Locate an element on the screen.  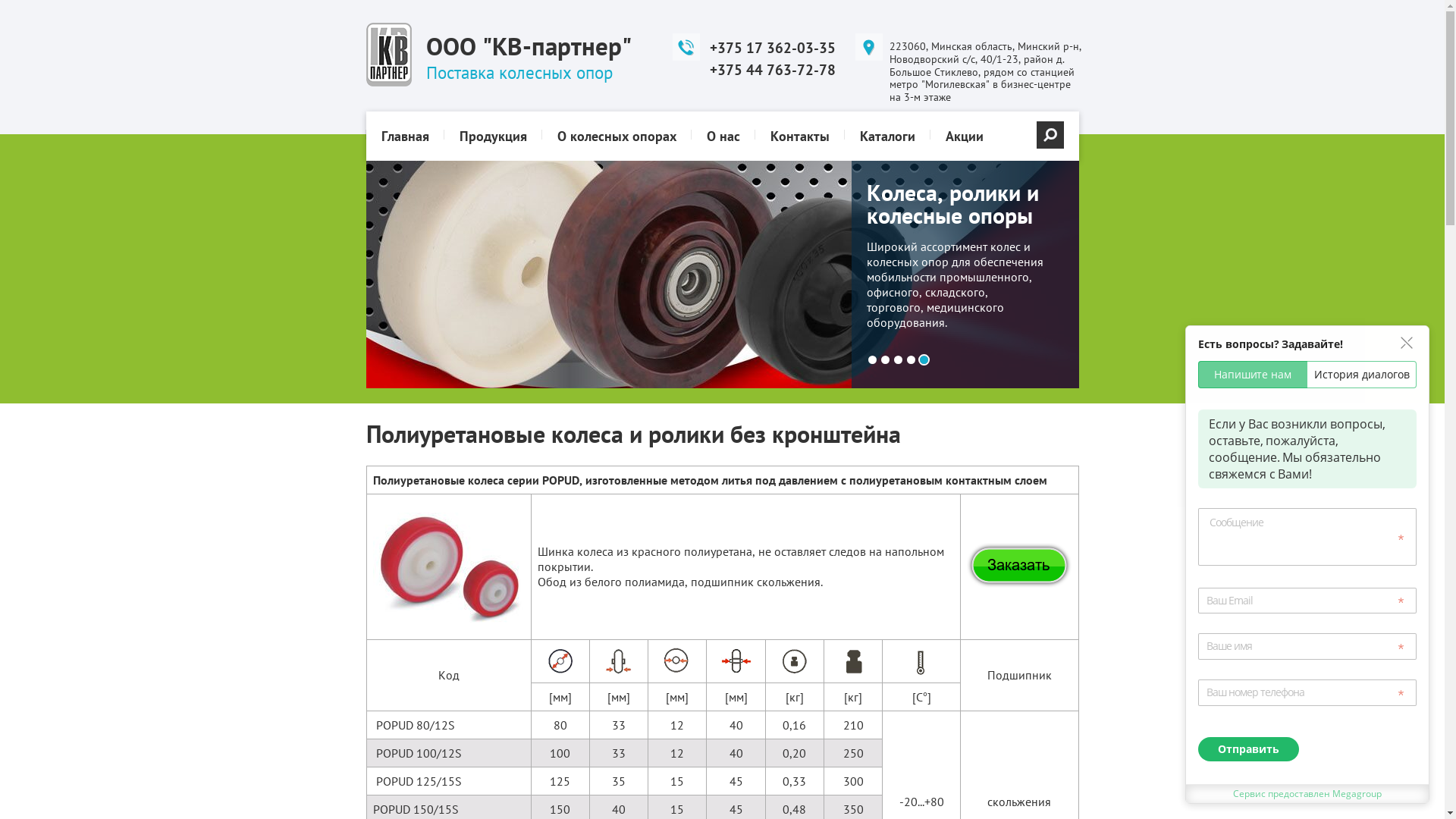
'Megagroup' is located at coordinates (1331, 792).